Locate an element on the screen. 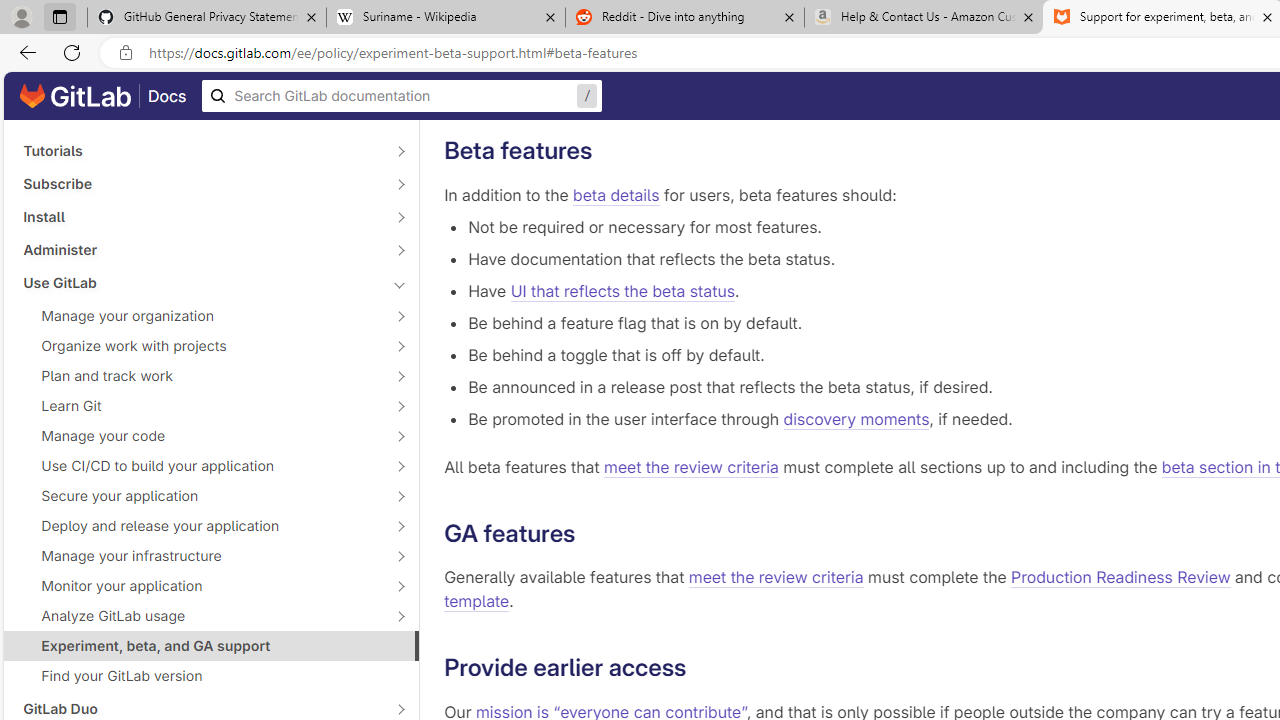  'UI that reflects the beta status' is located at coordinates (621, 290).